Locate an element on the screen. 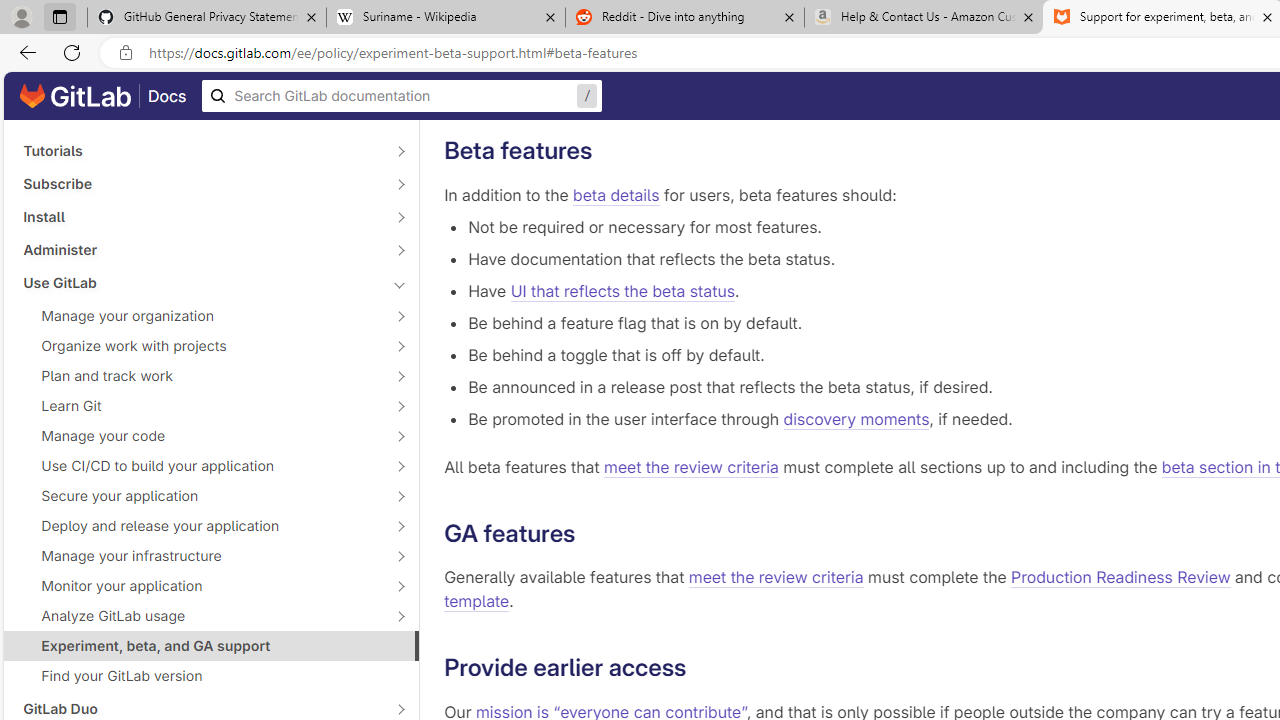  'UI that reflects the beta status' is located at coordinates (621, 290).